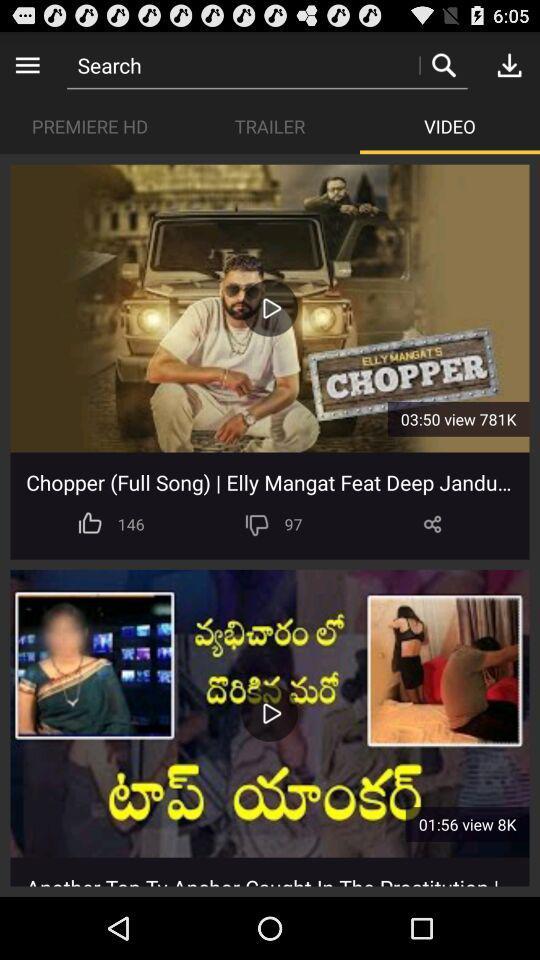 Image resolution: width=540 pixels, height=960 pixels. What do you see at coordinates (257, 523) in the screenshot?
I see `downvote the video` at bounding box center [257, 523].